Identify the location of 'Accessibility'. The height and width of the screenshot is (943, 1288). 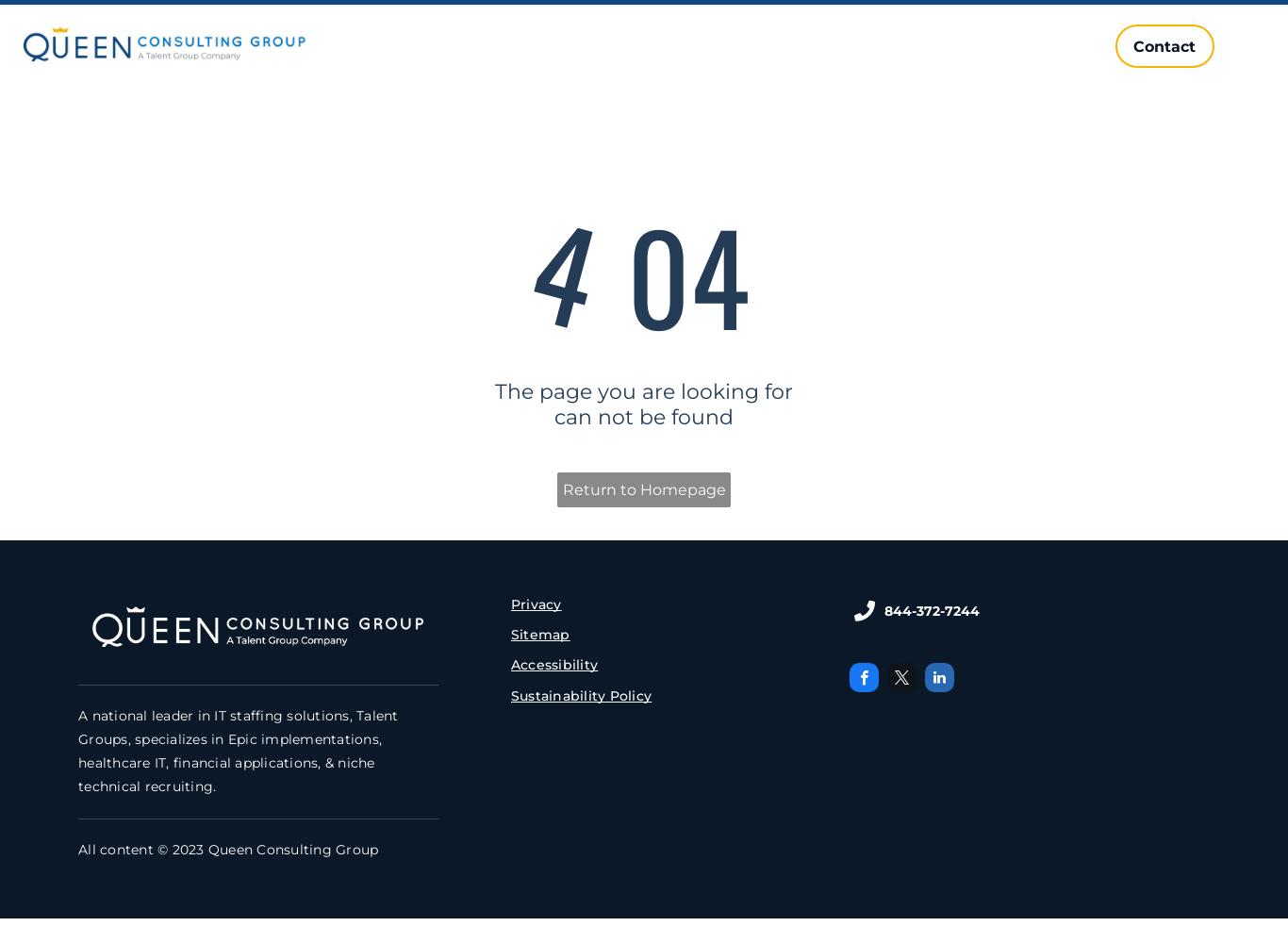
(553, 664).